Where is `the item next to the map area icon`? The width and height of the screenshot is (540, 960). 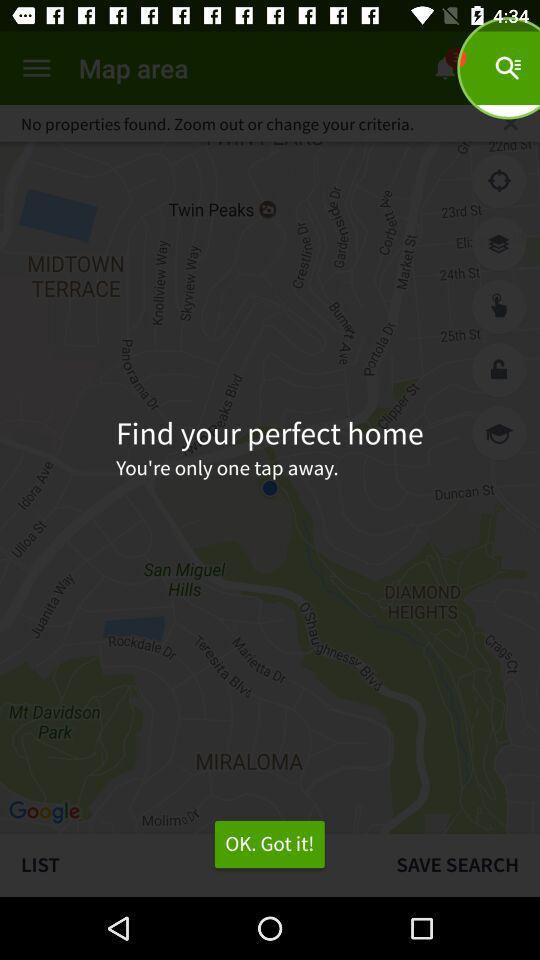 the item next to the map area icon is located at coordinates (36, 68).